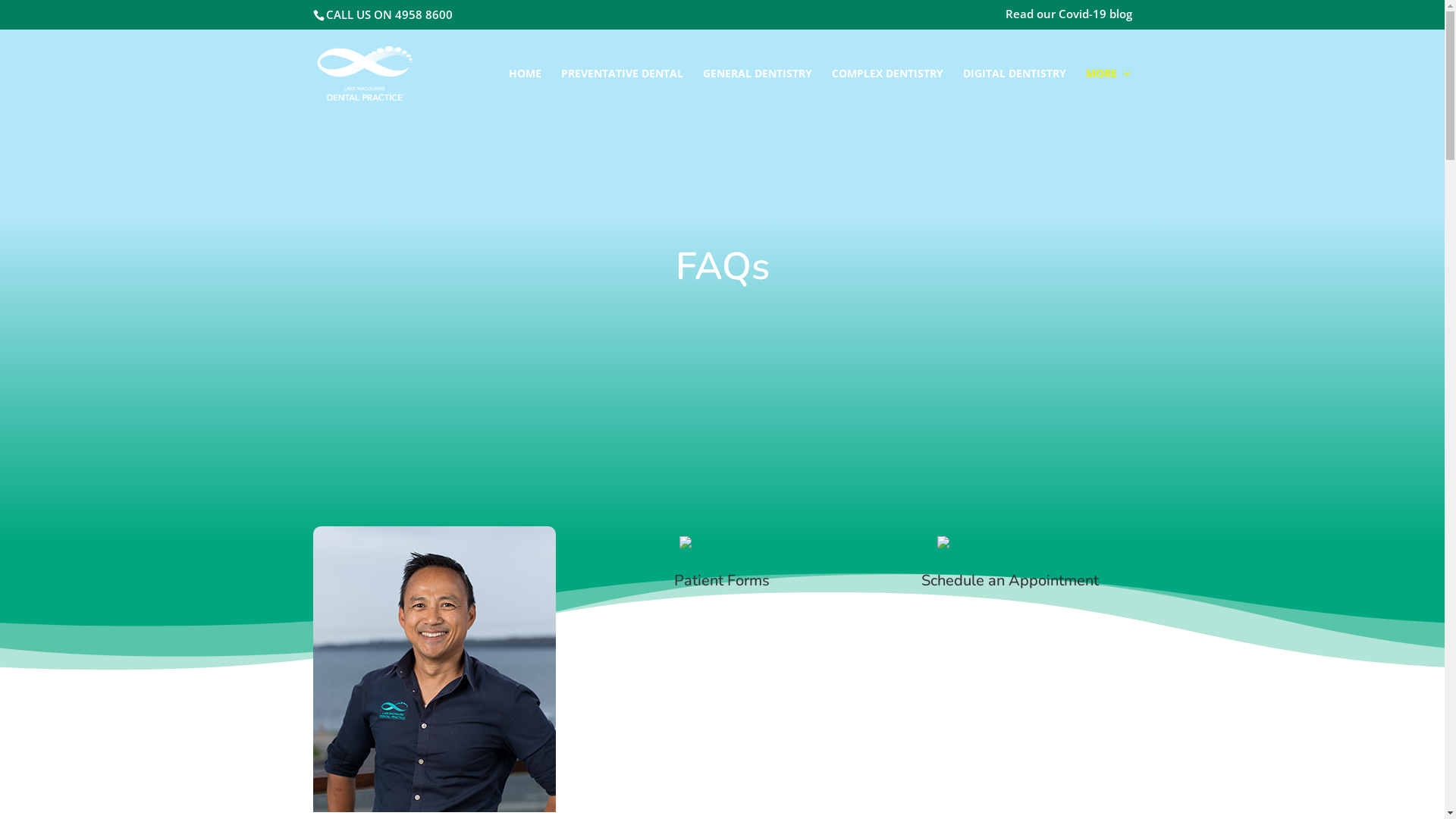  Describe the element at coordinates (720, 580) in the screenshot. I see `'Patient Forms'` at that location.